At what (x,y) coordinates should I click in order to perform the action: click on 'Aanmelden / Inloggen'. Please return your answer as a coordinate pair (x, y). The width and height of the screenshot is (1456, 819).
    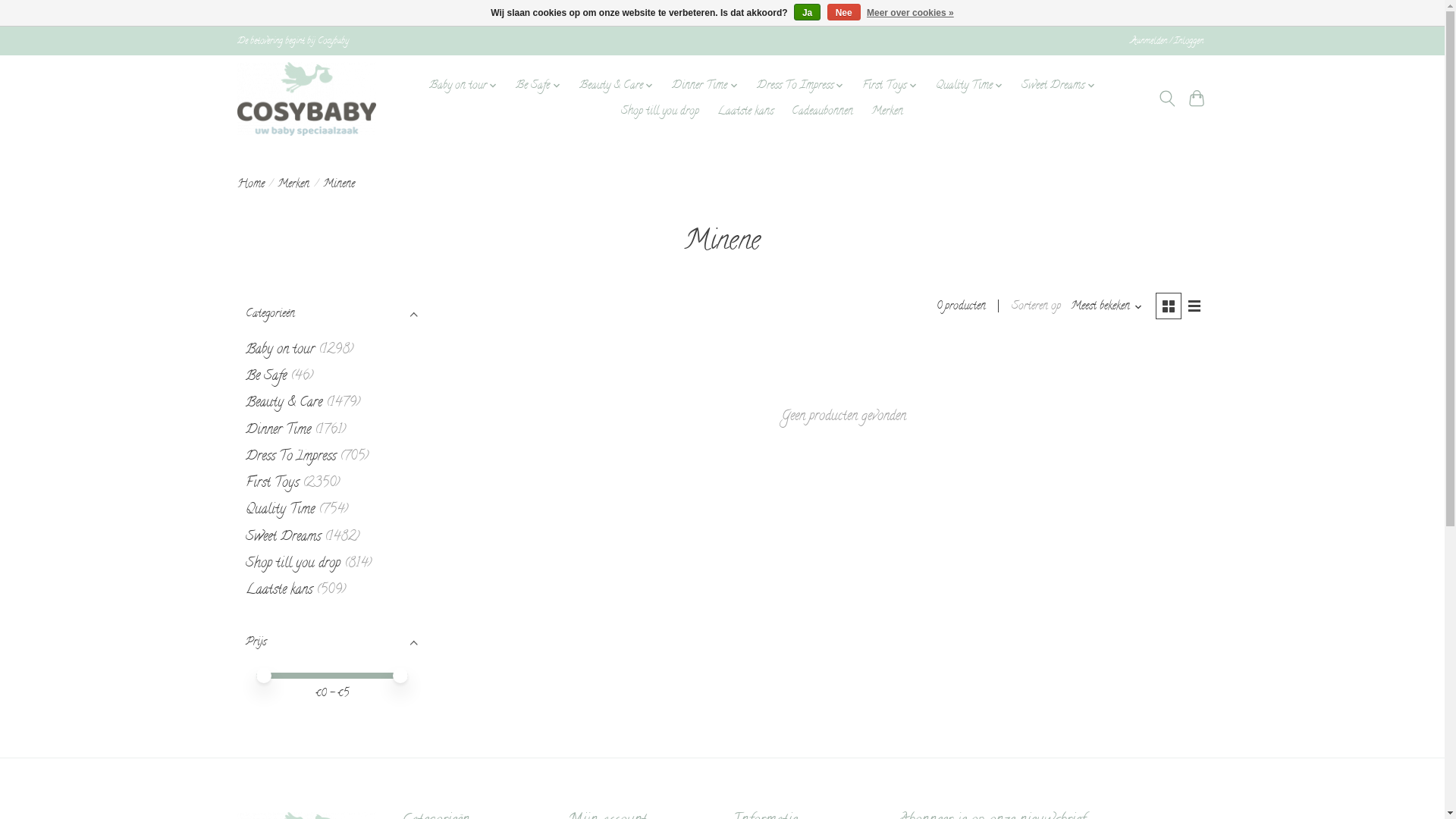
    Looking at the image, I should click on (1166, 40).